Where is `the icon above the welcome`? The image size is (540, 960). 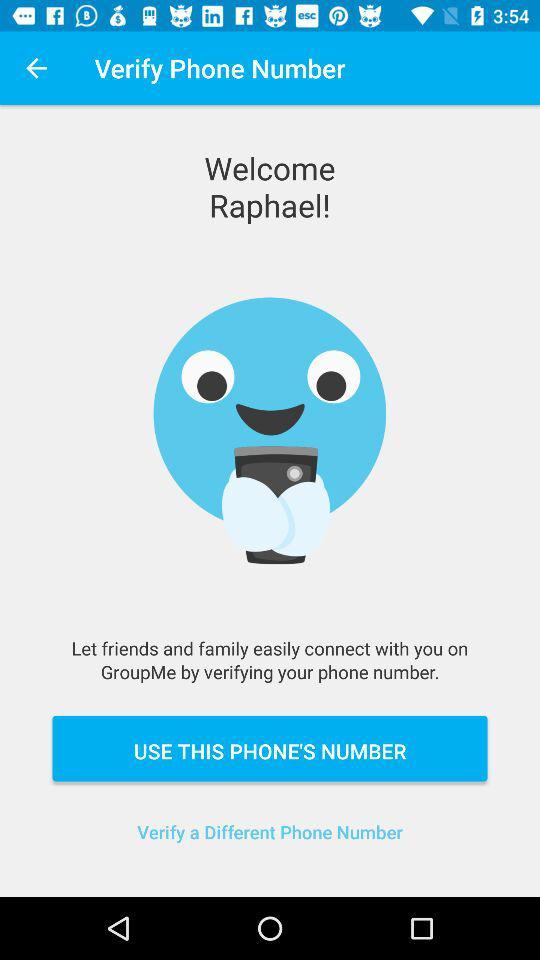 the icon above the welcome is located at coordinates (36, 68).